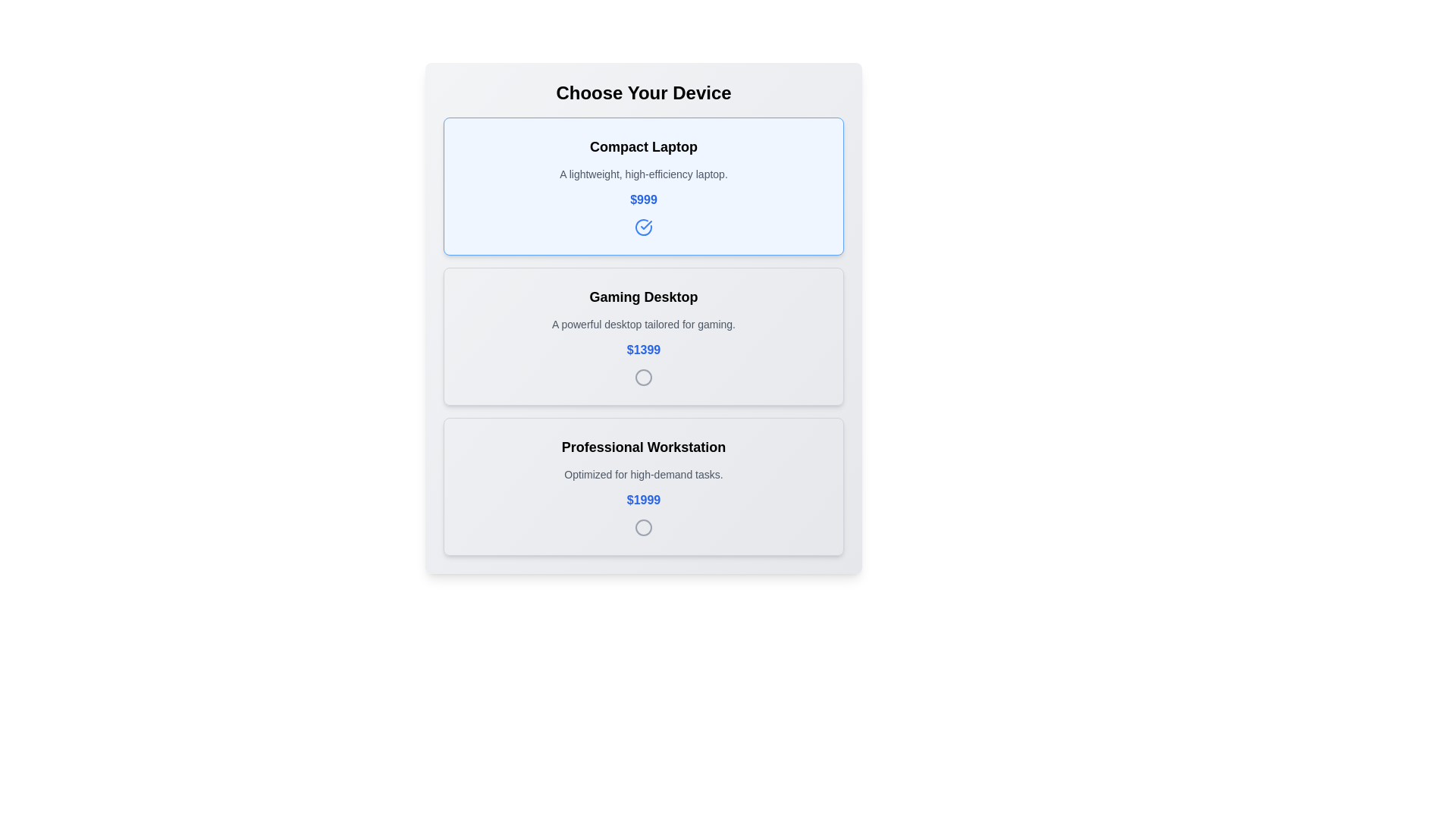 This screenshot has width=1456, height=819. What do you see at coordinates (644, 526) in the screenshot?
I see `the unselected radio button located in the 'Professional Workstation' section` at bounding box center [644, 526].